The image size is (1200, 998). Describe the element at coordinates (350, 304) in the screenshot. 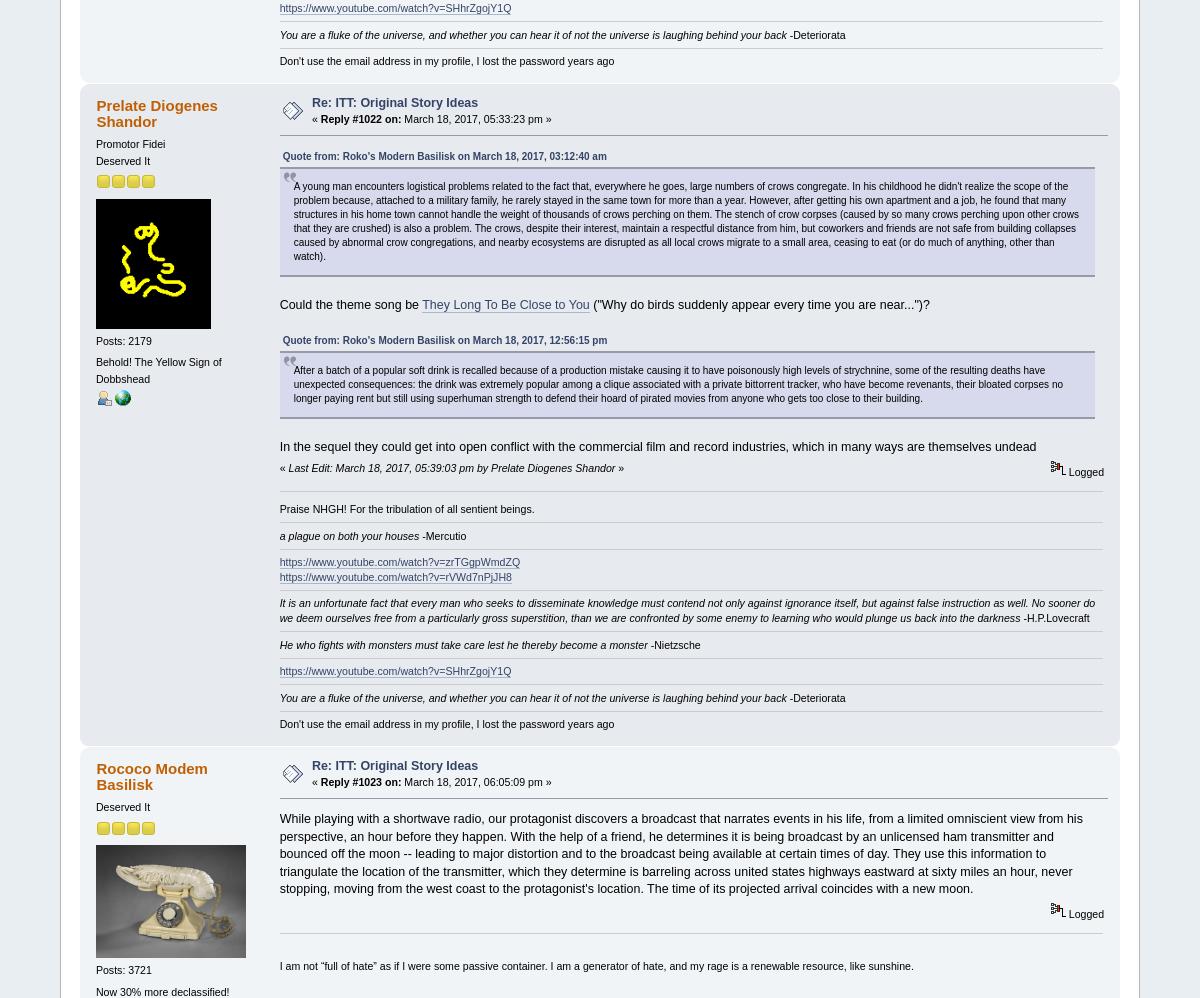

I see `'Could the theme song be'` at that location.